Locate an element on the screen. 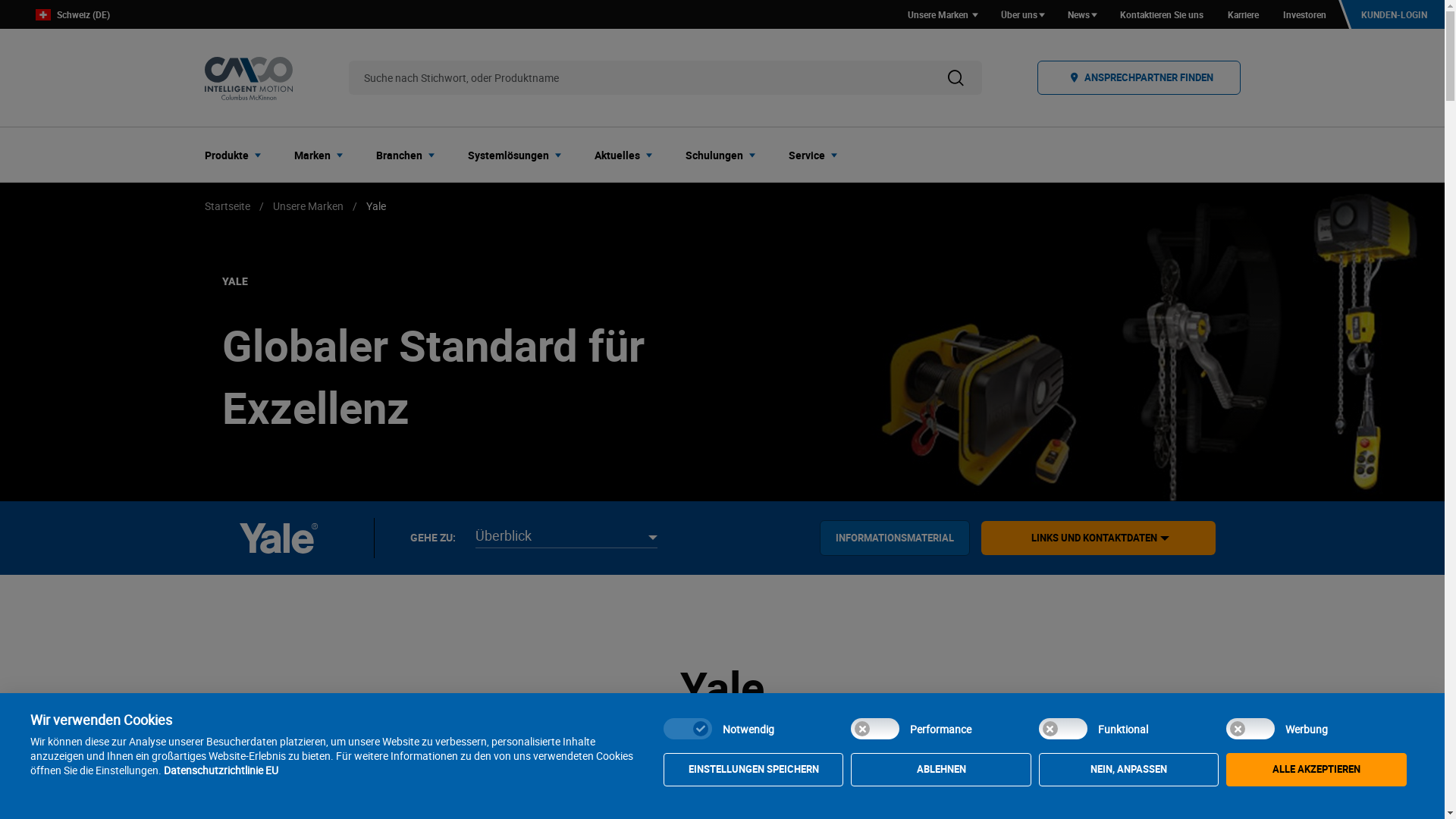 The image size is (1456, 819). 'LINKS UND KONTAKTDATEN' is located at coordinates (1031, 537).